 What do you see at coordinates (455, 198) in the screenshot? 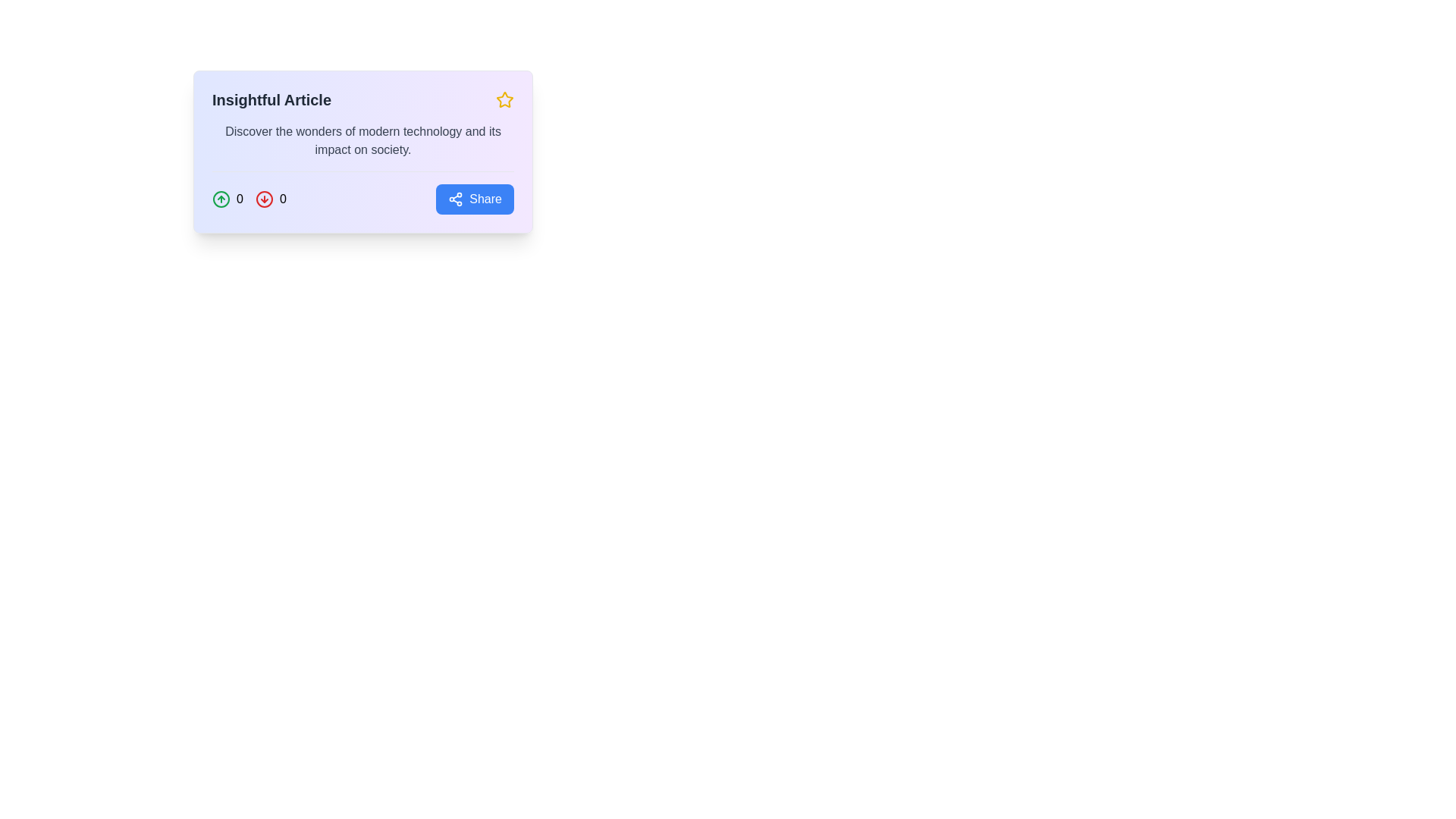
I see `the sharing icon located within the blue 'Share' button at the bottom-right corner to initiate the sharing process` at bounding box center [455, 198].